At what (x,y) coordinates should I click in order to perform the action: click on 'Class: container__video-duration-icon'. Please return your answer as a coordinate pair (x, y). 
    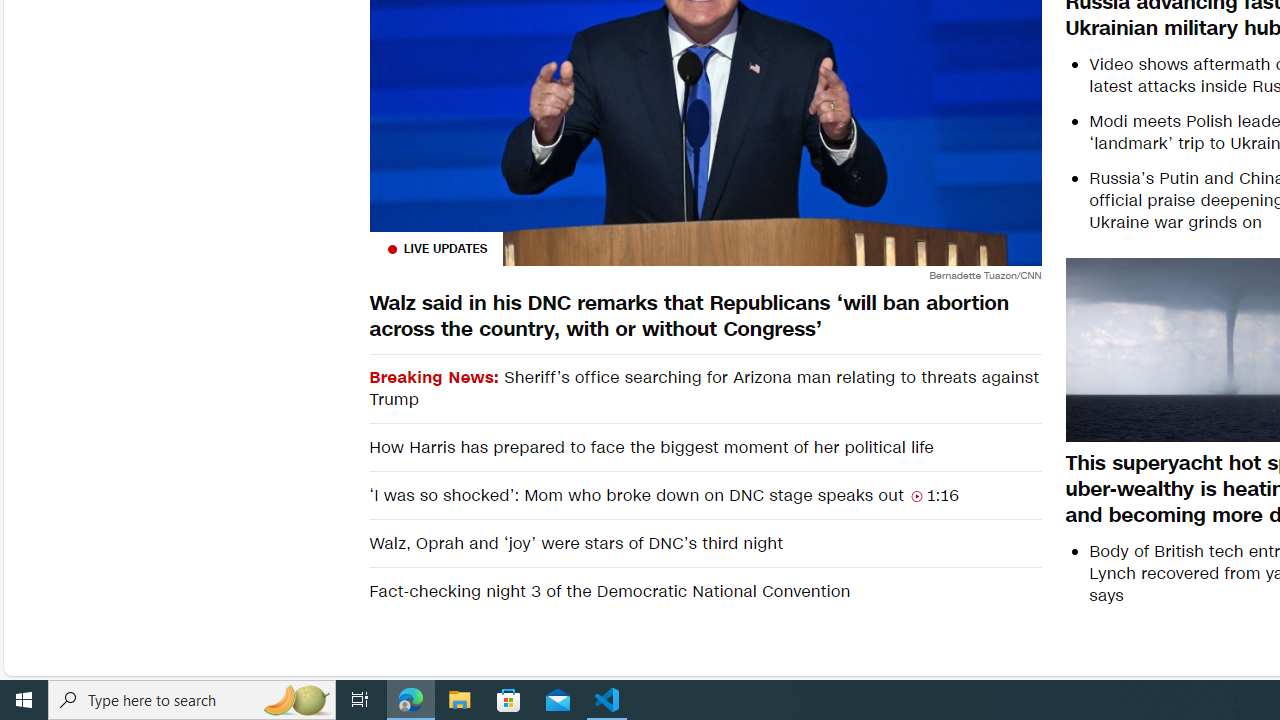
    Looking at the image, I should click on (916, 495).